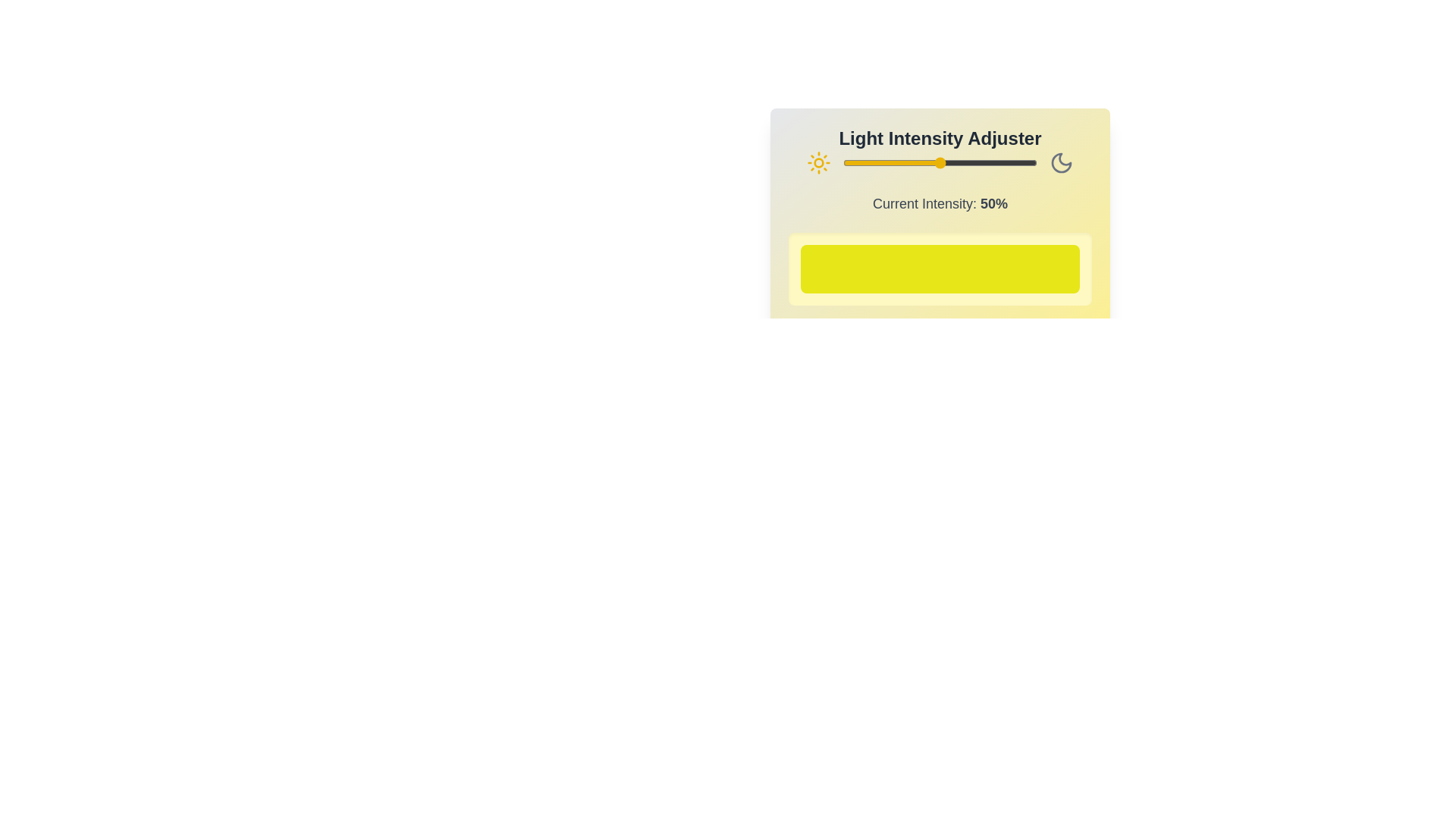  I want to click on the light intensity to 91% by moving the slider, so click(1019, 163).